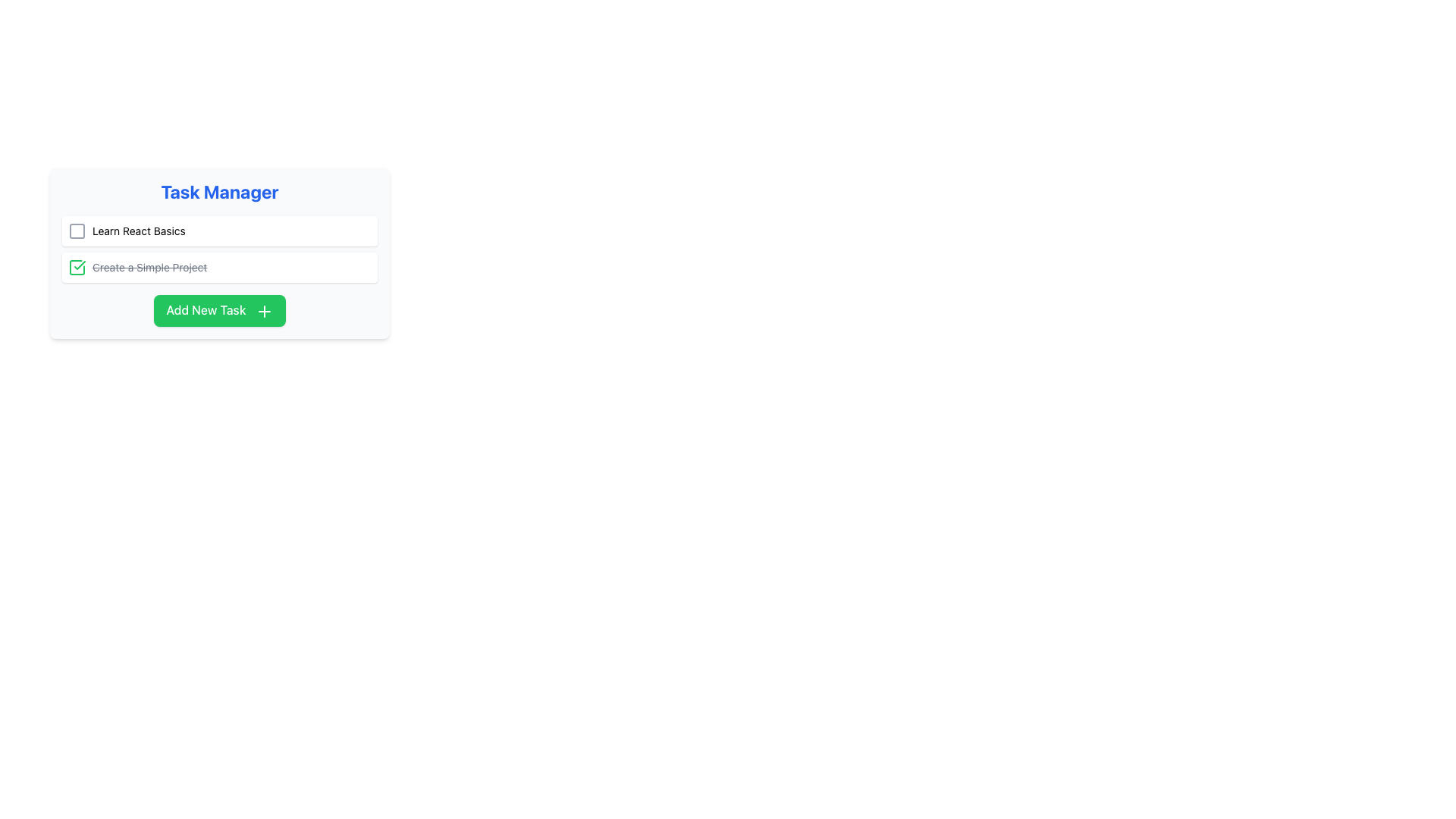 The image size is (1456, 819). Describe the element at coordinates (127, 231) in the screenshot. I see `the first task entry in the vertical list under the 'Task Manager' header` at that location.